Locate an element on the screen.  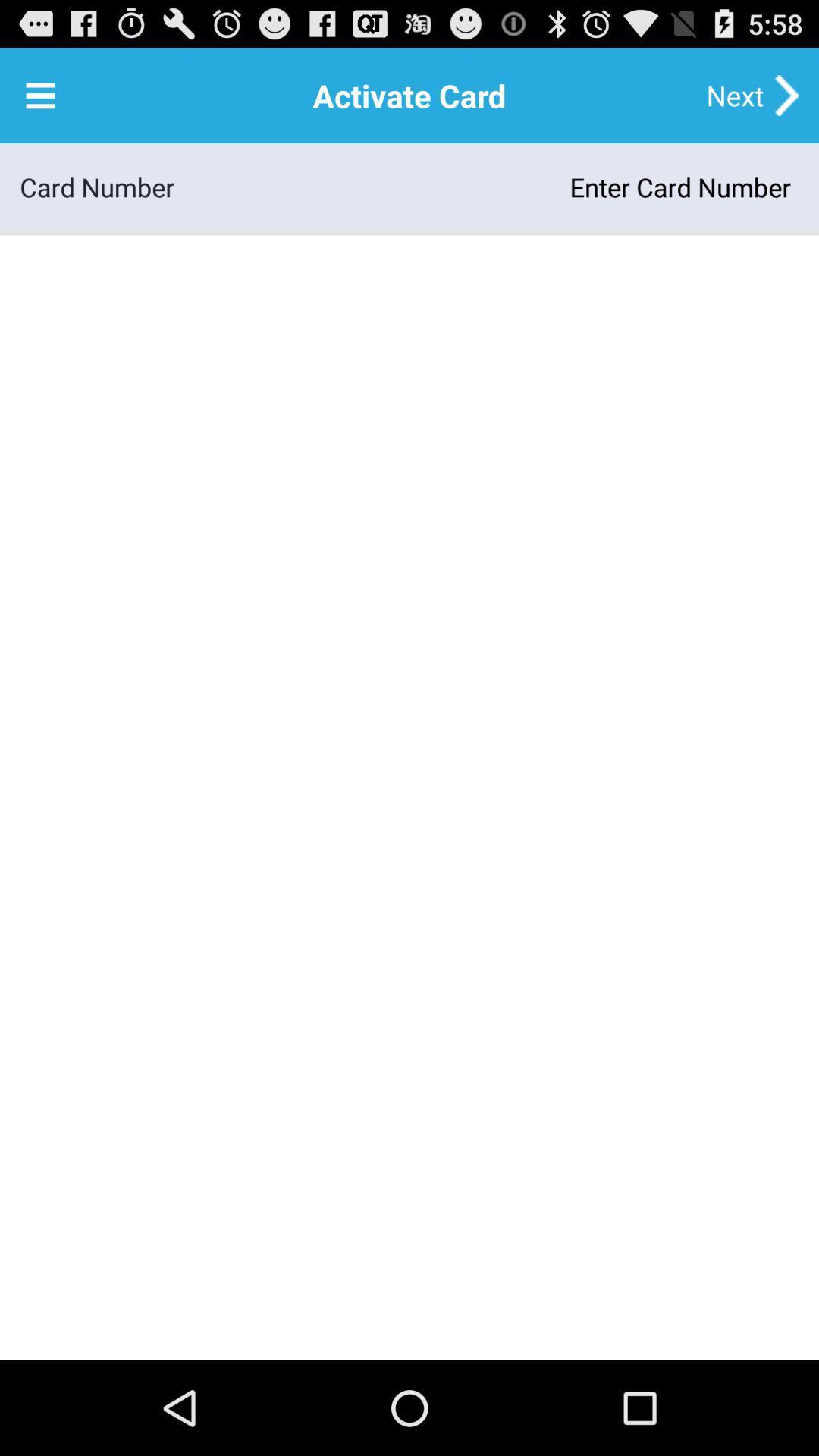
the item below next item is located at coordinates (486, 186).